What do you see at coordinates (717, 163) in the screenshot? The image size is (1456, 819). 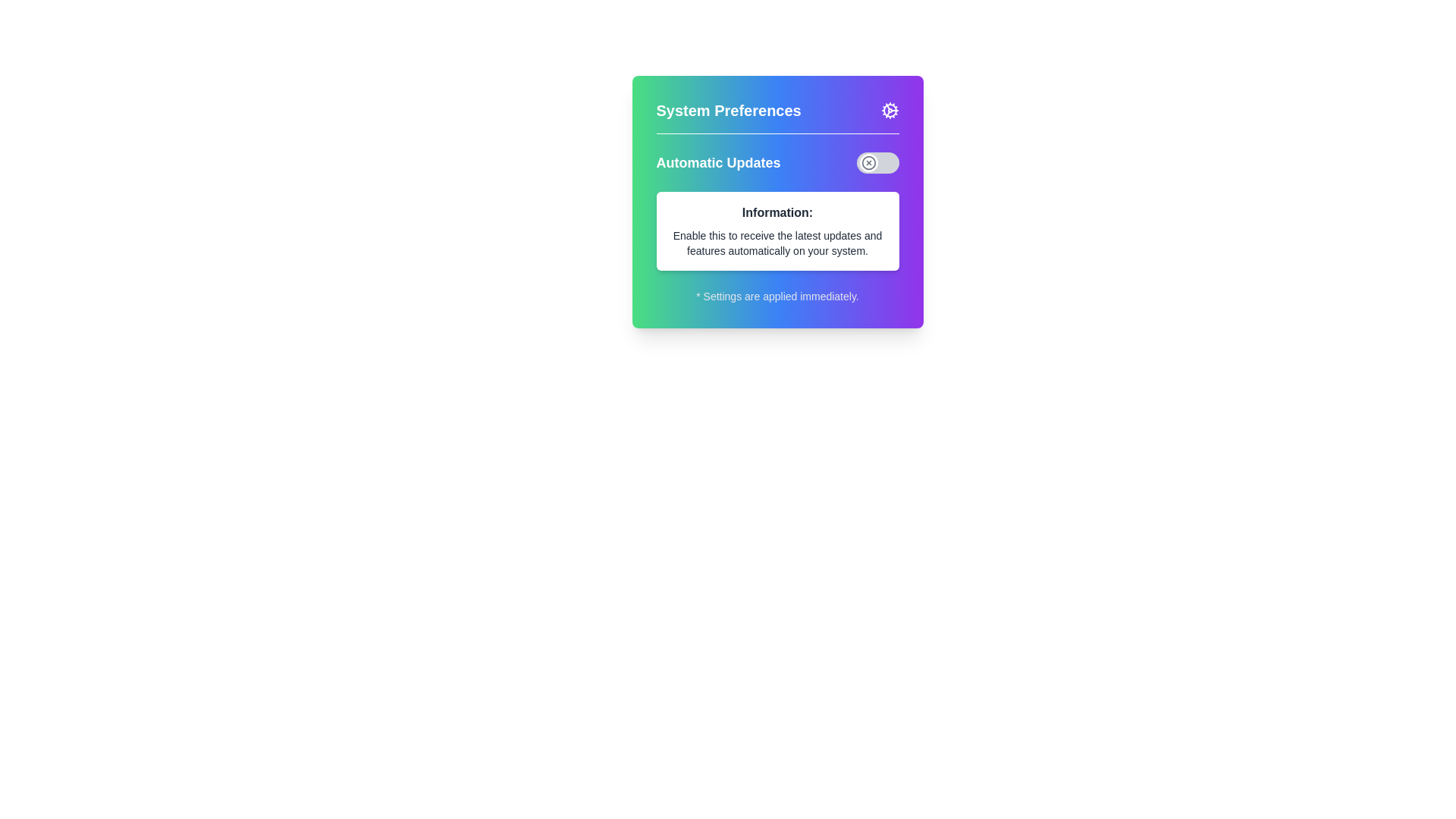 I see `the text label displaying 'Automatic Updates' in bold white font on a gradient background` at bounding box center [717, 163].